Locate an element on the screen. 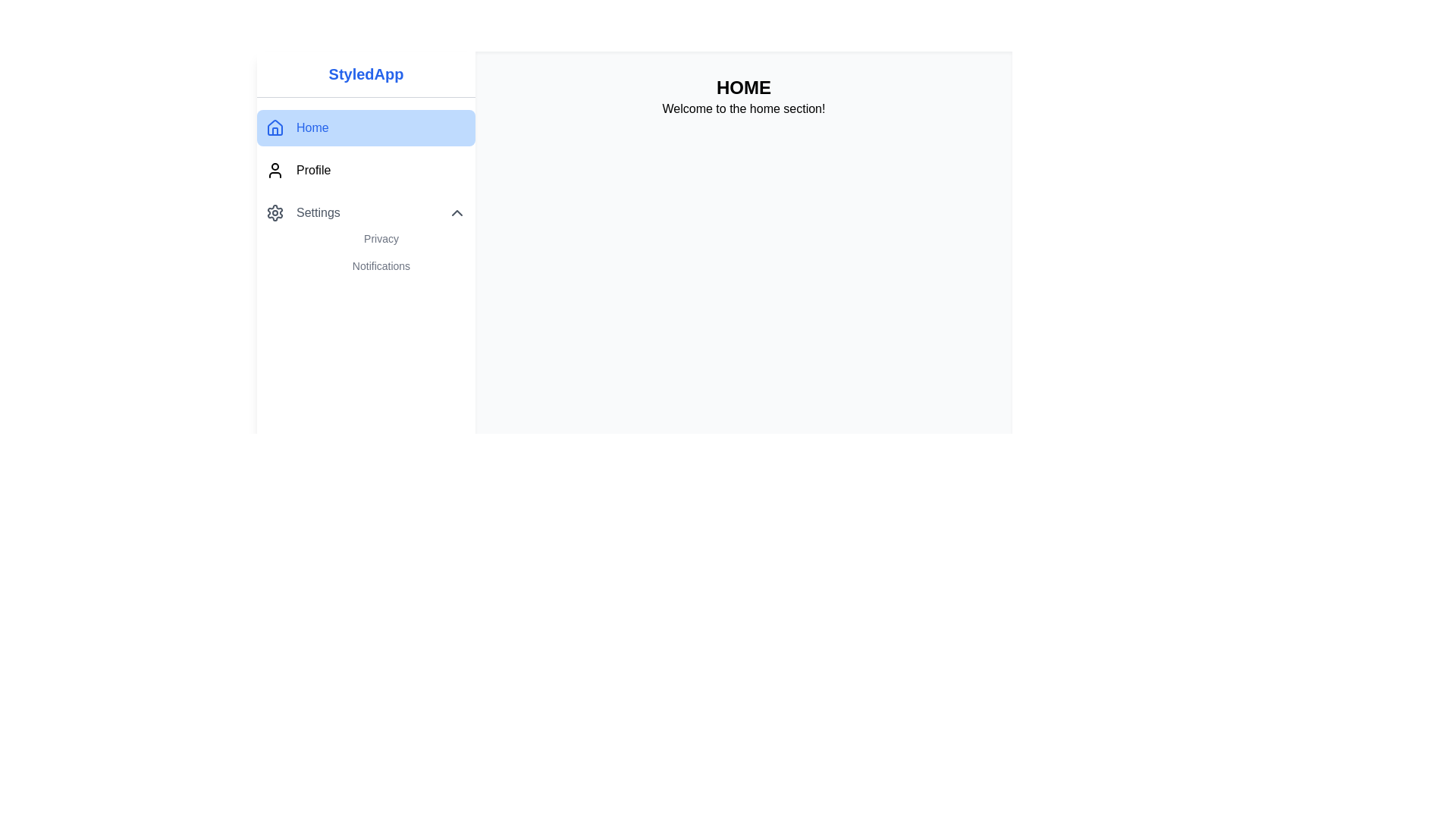 The image size is (1456, 819). the navigation link for accessing the profile section, located in the sidebar menu, below the 'Home' item and above the 'Settings' item is located at coordinates (366, 170).